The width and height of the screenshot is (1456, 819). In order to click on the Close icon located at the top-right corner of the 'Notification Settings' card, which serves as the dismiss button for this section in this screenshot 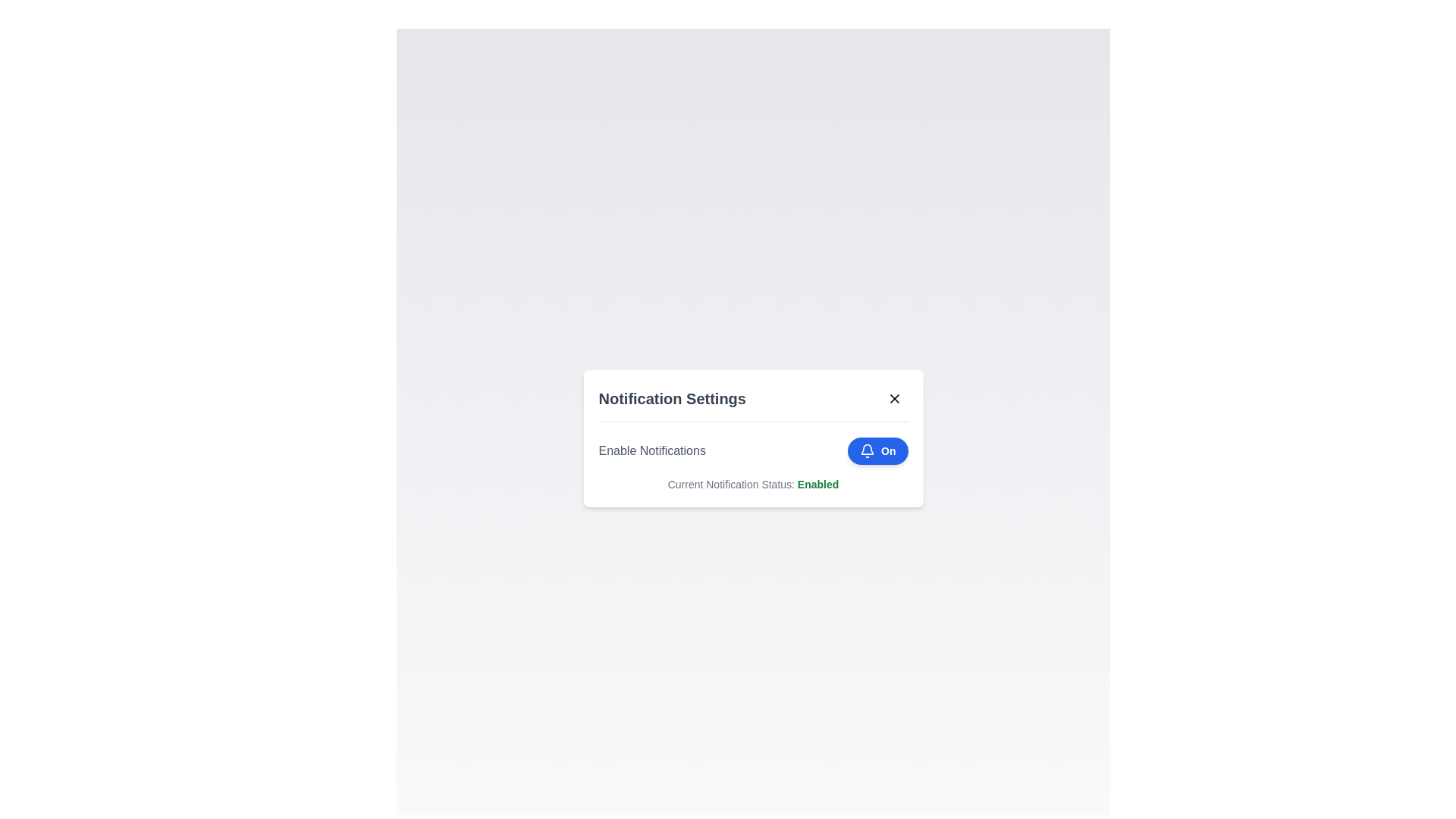, I will do `click(894, 397)`.